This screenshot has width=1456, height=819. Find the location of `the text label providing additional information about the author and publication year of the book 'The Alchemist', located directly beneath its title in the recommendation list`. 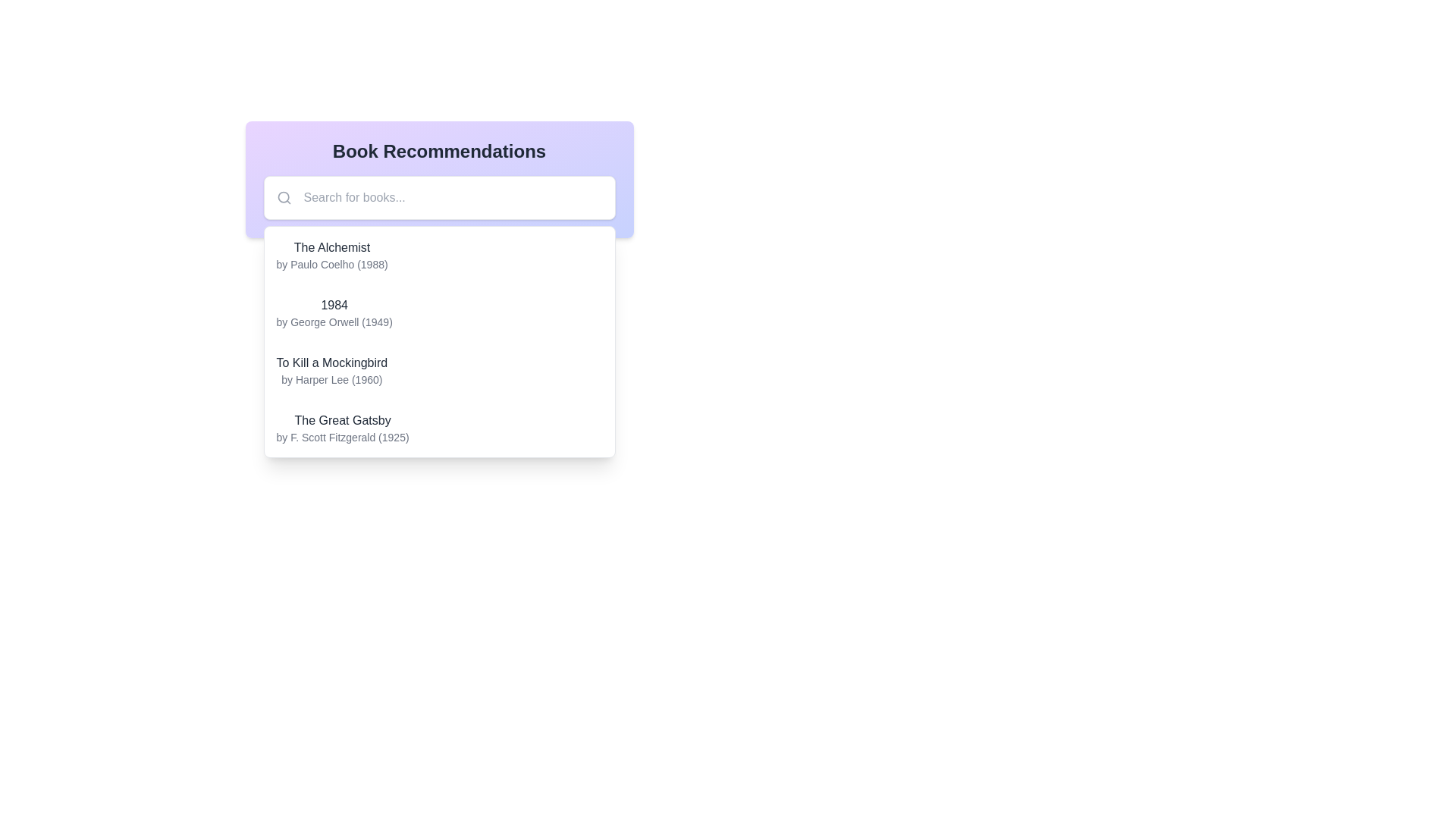

the text label providing additional information about the author and publication year of the book 'The Alchemist', located directly beneath its title in the recommendation list is located at coordinates (331, 263).